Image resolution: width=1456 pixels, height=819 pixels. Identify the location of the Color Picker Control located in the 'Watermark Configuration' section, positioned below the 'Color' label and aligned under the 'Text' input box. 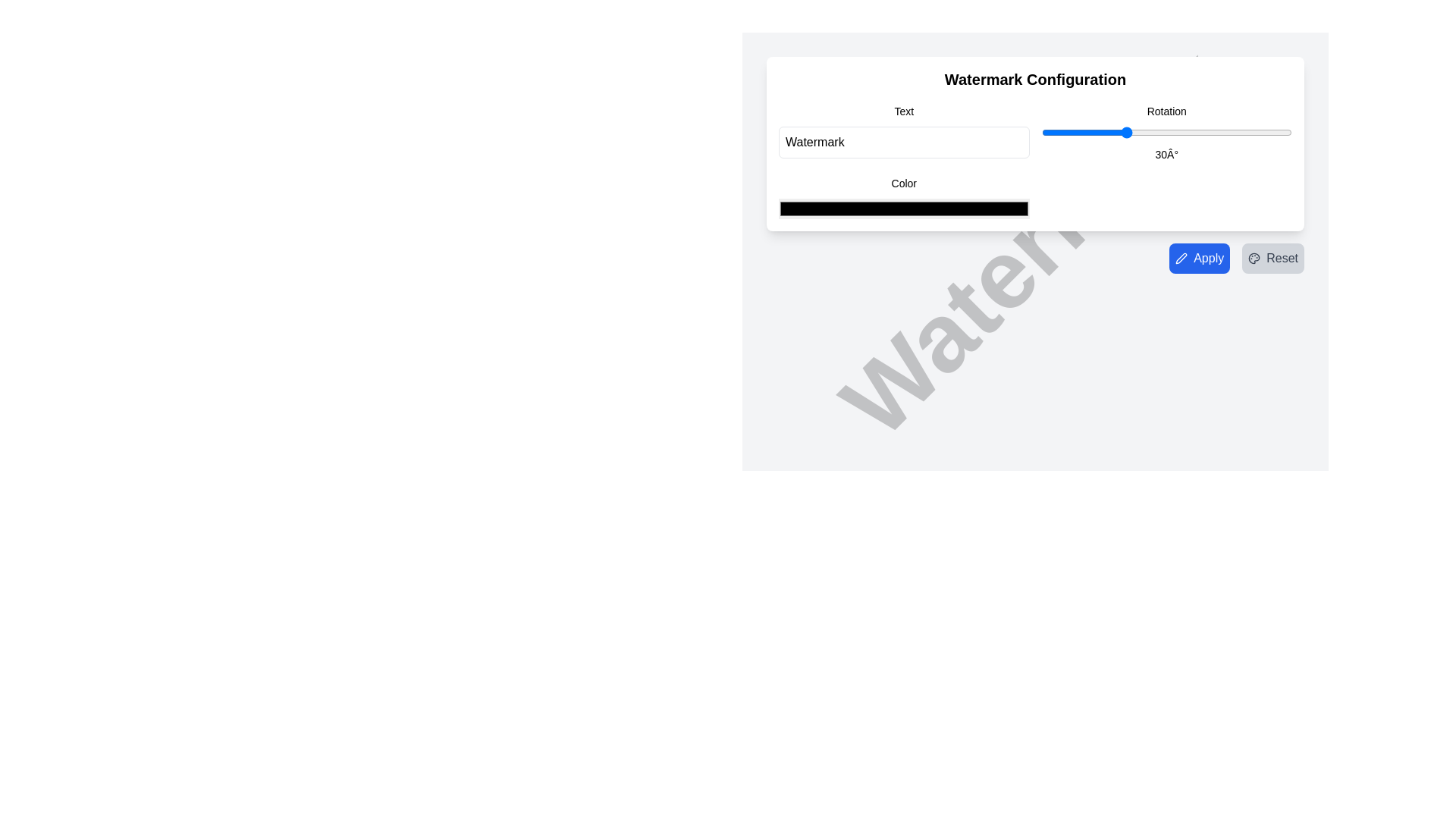
(904, 196).